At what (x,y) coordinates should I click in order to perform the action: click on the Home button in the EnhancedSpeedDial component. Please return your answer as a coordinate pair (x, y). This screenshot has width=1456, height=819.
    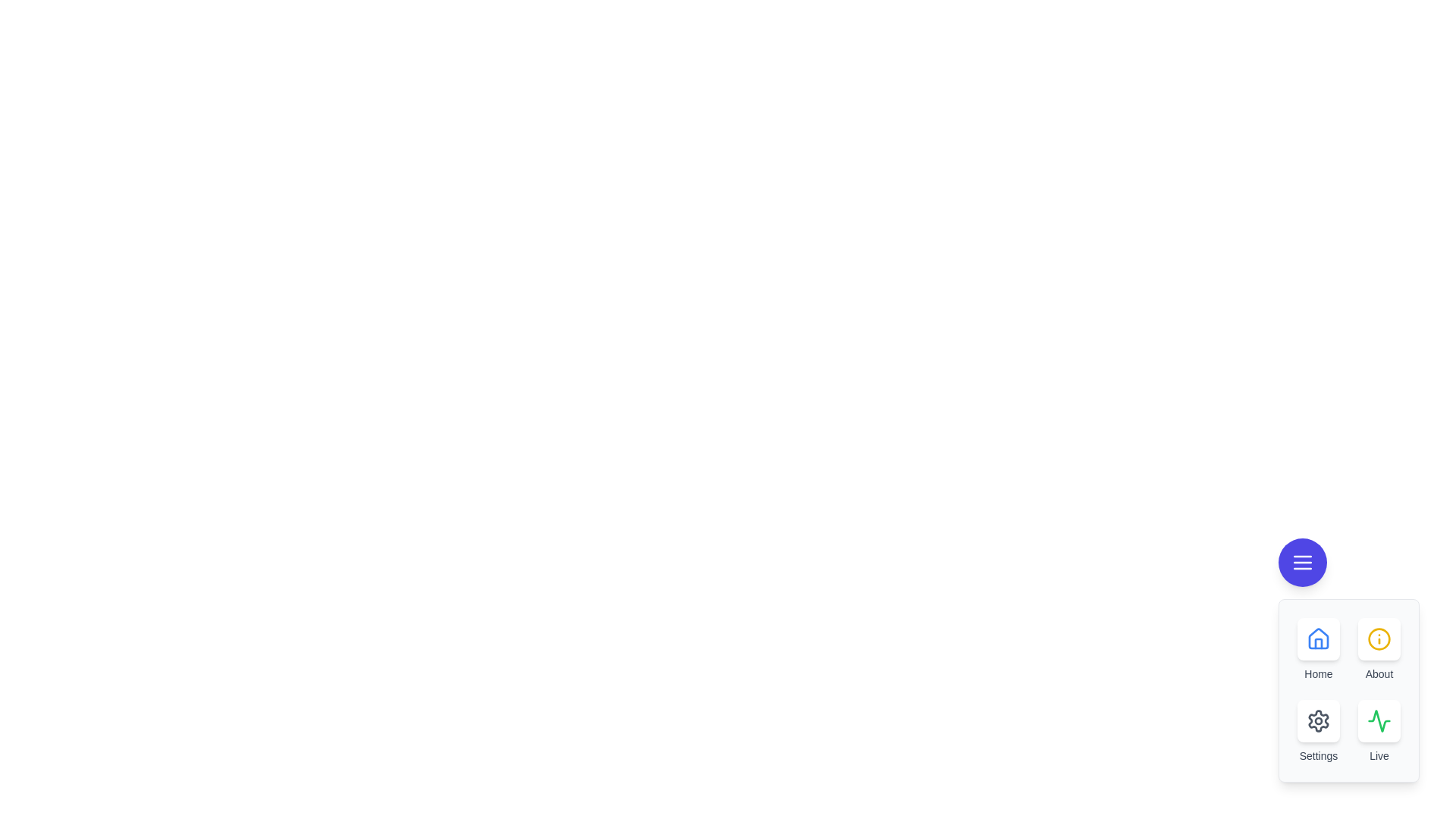
    Looking at the image, I should click on (1317, 639).